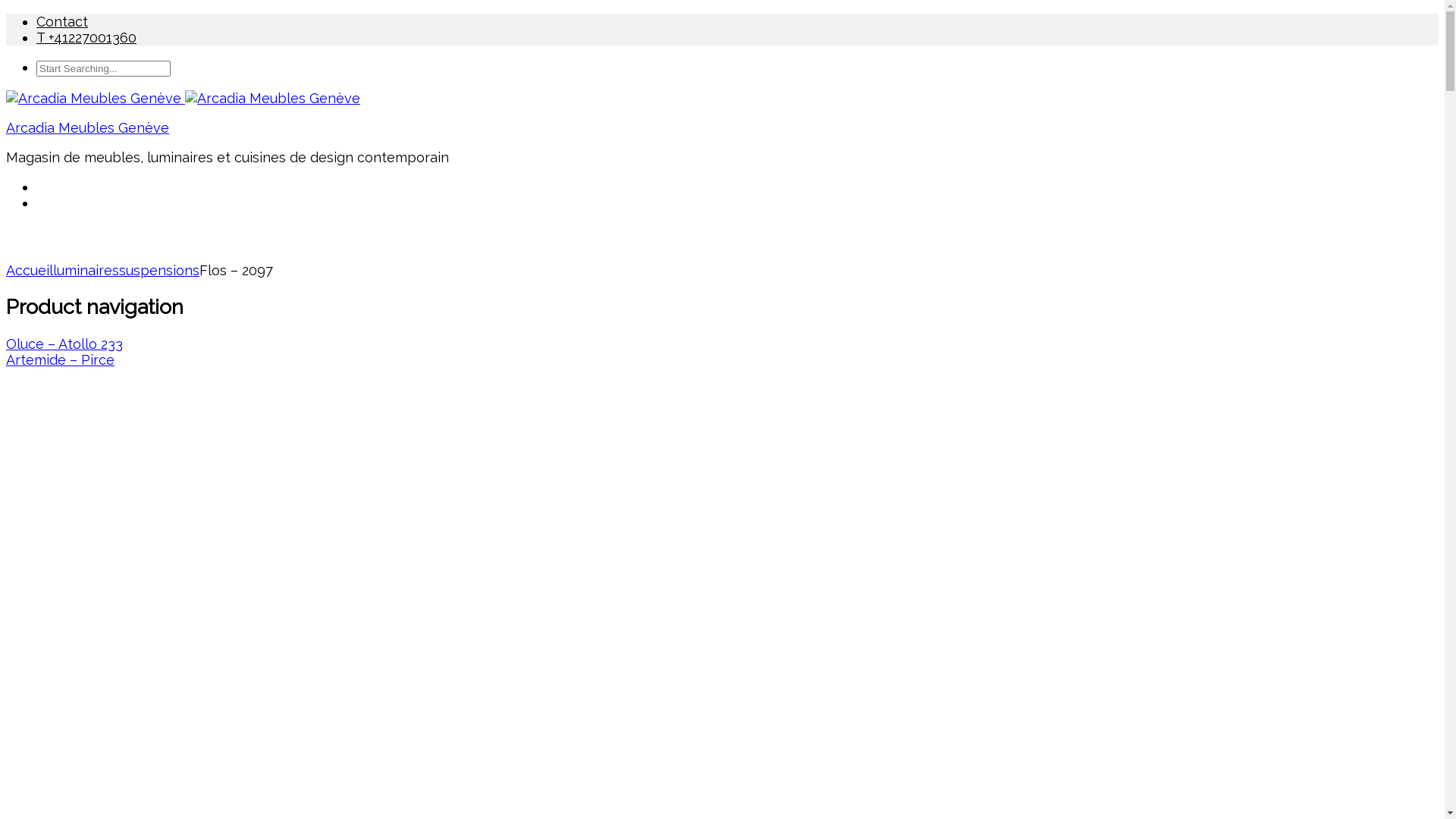 Image resolution: width=1456 pixels, height=819 pixels. Describe the element at coordinates (85, 269) in the screenshot. I see `'luminaires'` at that location.